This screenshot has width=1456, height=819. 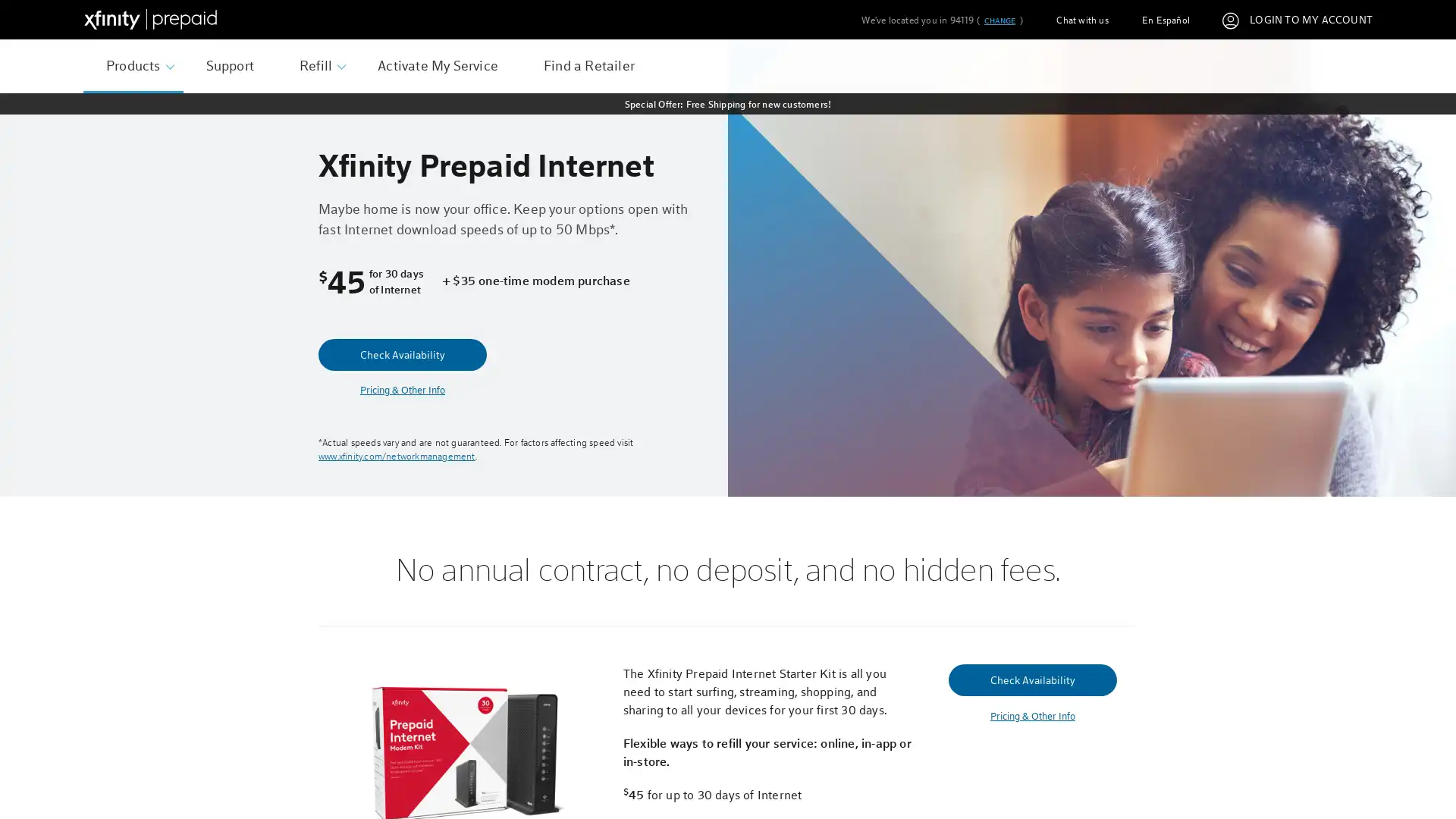 I want to click on Check Availability, so click(x=403, y=354).